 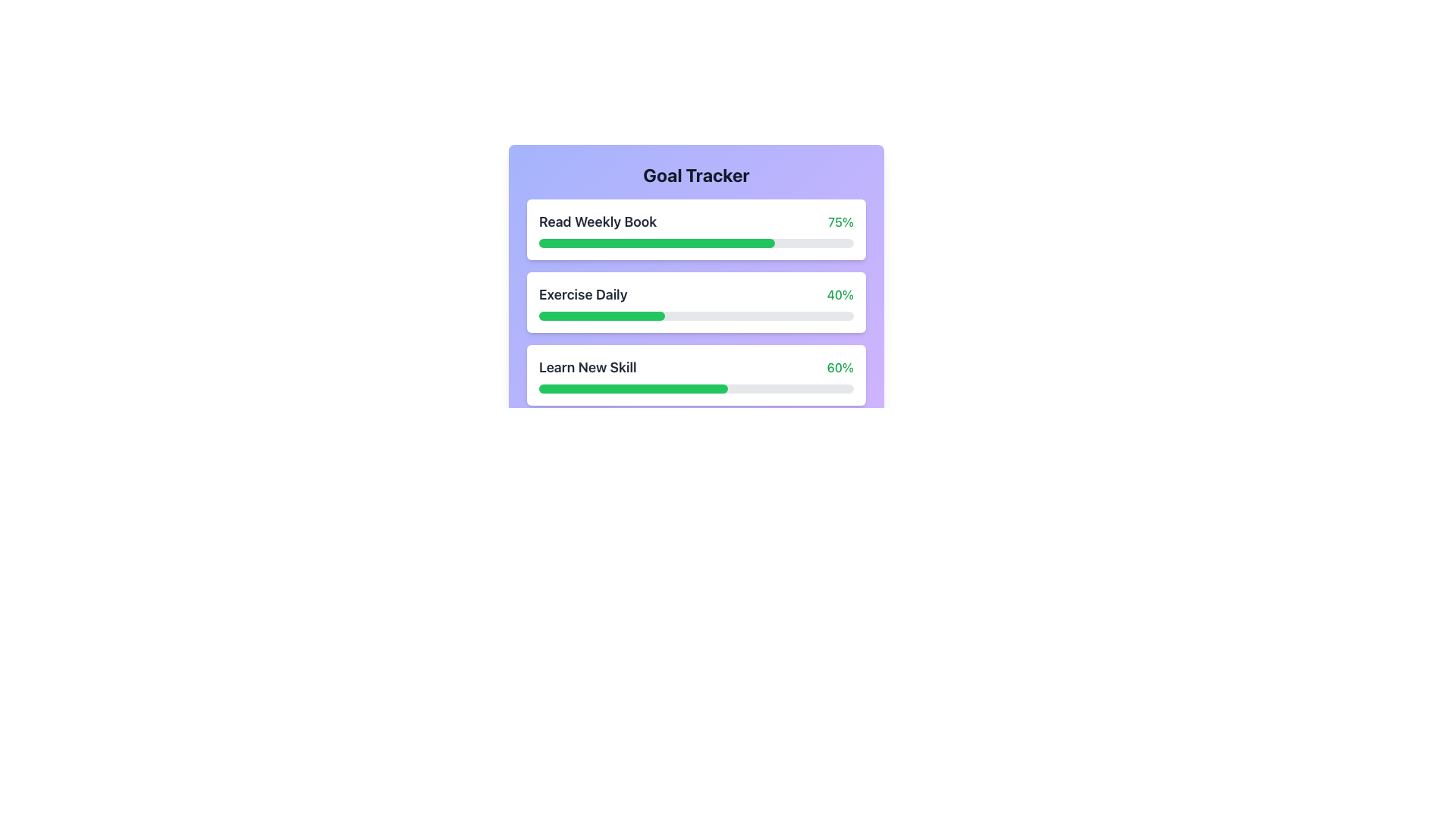 I want to click on the Information Display Row titled 'Learn New Skill' that shows '60%' on the right, located in the third row of the 'Goal Tracker' list, so click(x=695, y=368).